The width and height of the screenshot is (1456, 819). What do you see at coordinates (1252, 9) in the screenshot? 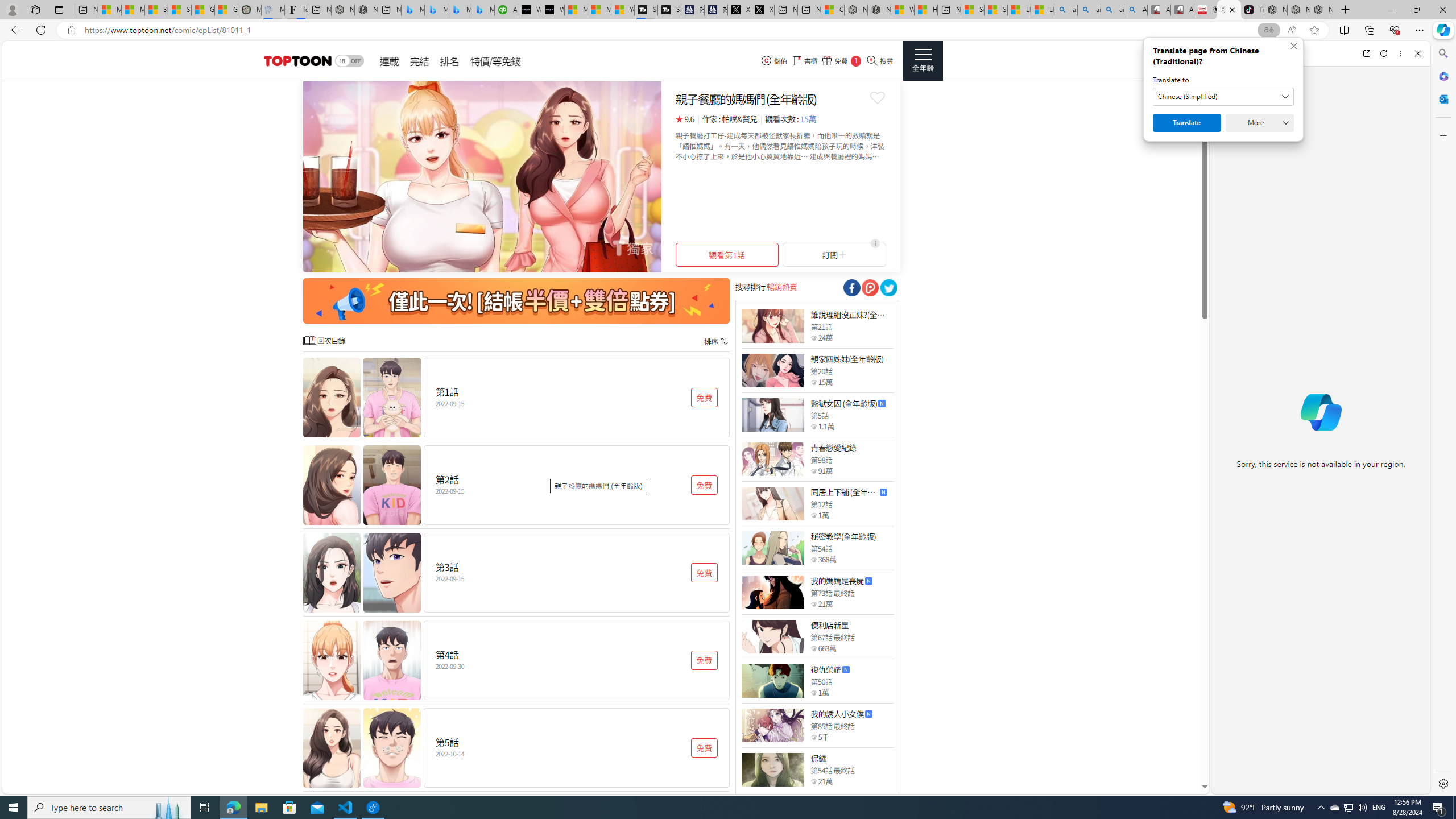
I see `'TikTok'` at bounding box center [1252, 9].